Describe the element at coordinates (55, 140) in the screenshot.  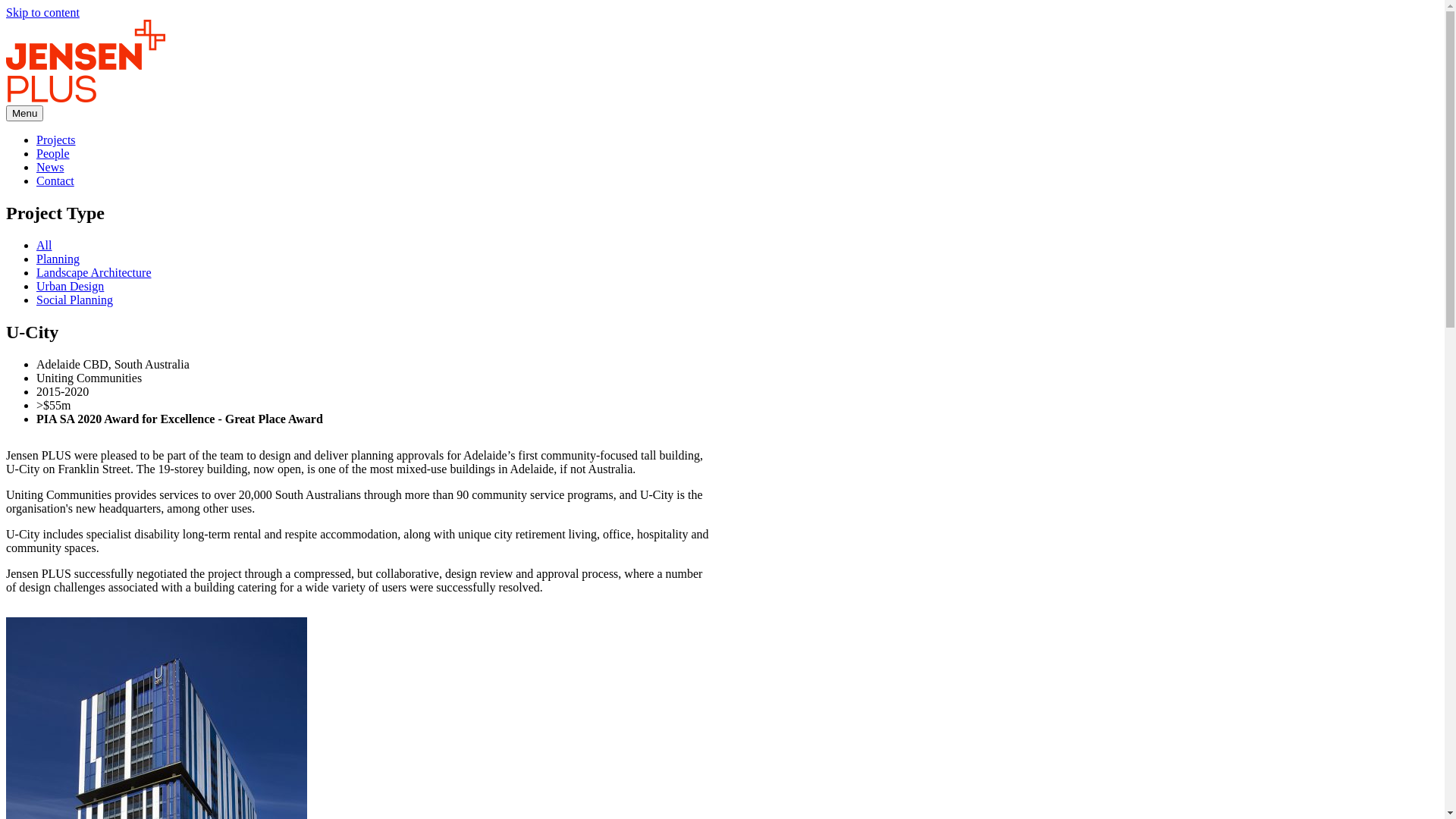
I see `'Projects'` at that location.